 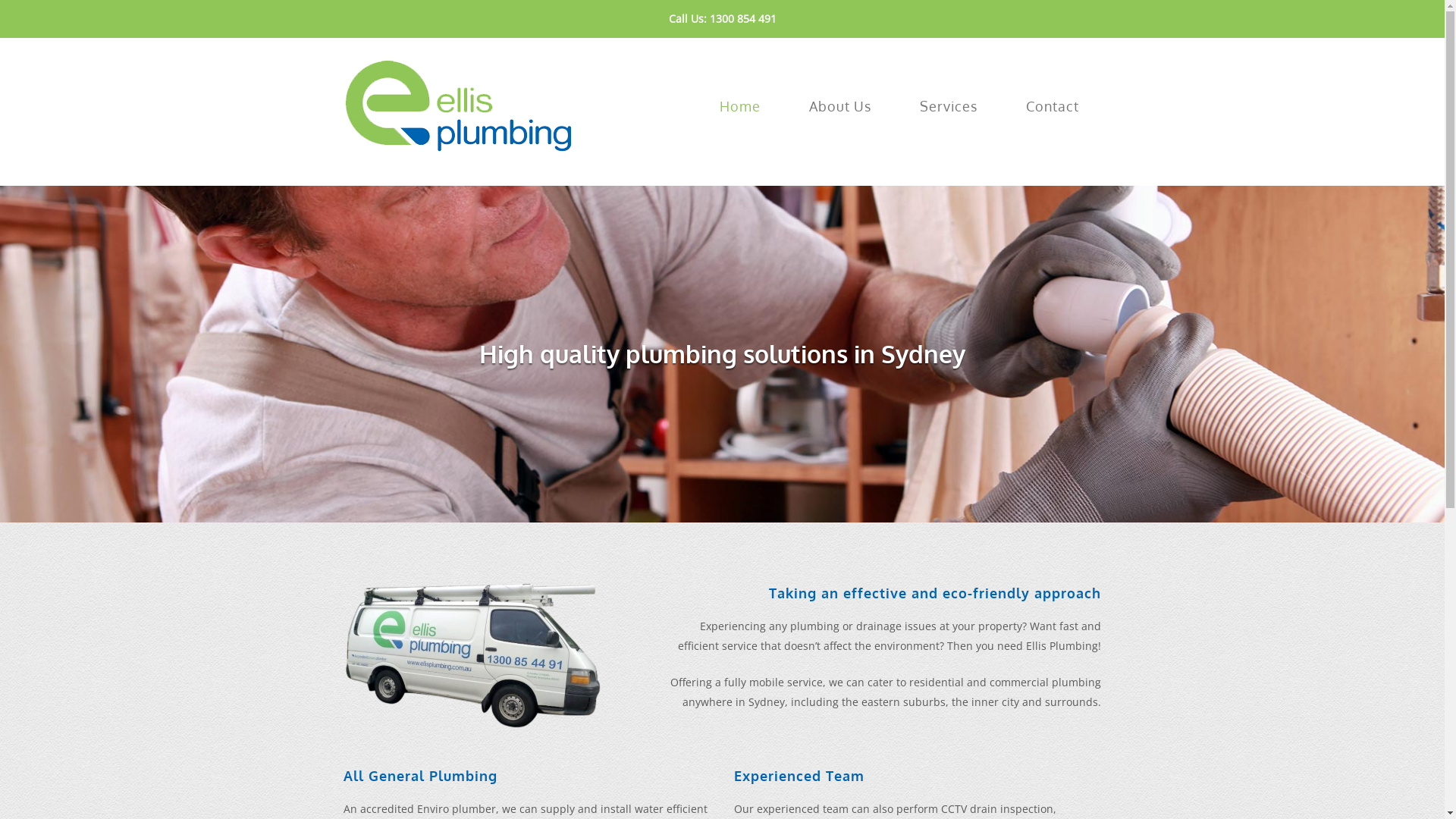 What do you see at coordinates (739, 105) in the screenshot?
I see `'Home'` at bounding box center [739, 105].